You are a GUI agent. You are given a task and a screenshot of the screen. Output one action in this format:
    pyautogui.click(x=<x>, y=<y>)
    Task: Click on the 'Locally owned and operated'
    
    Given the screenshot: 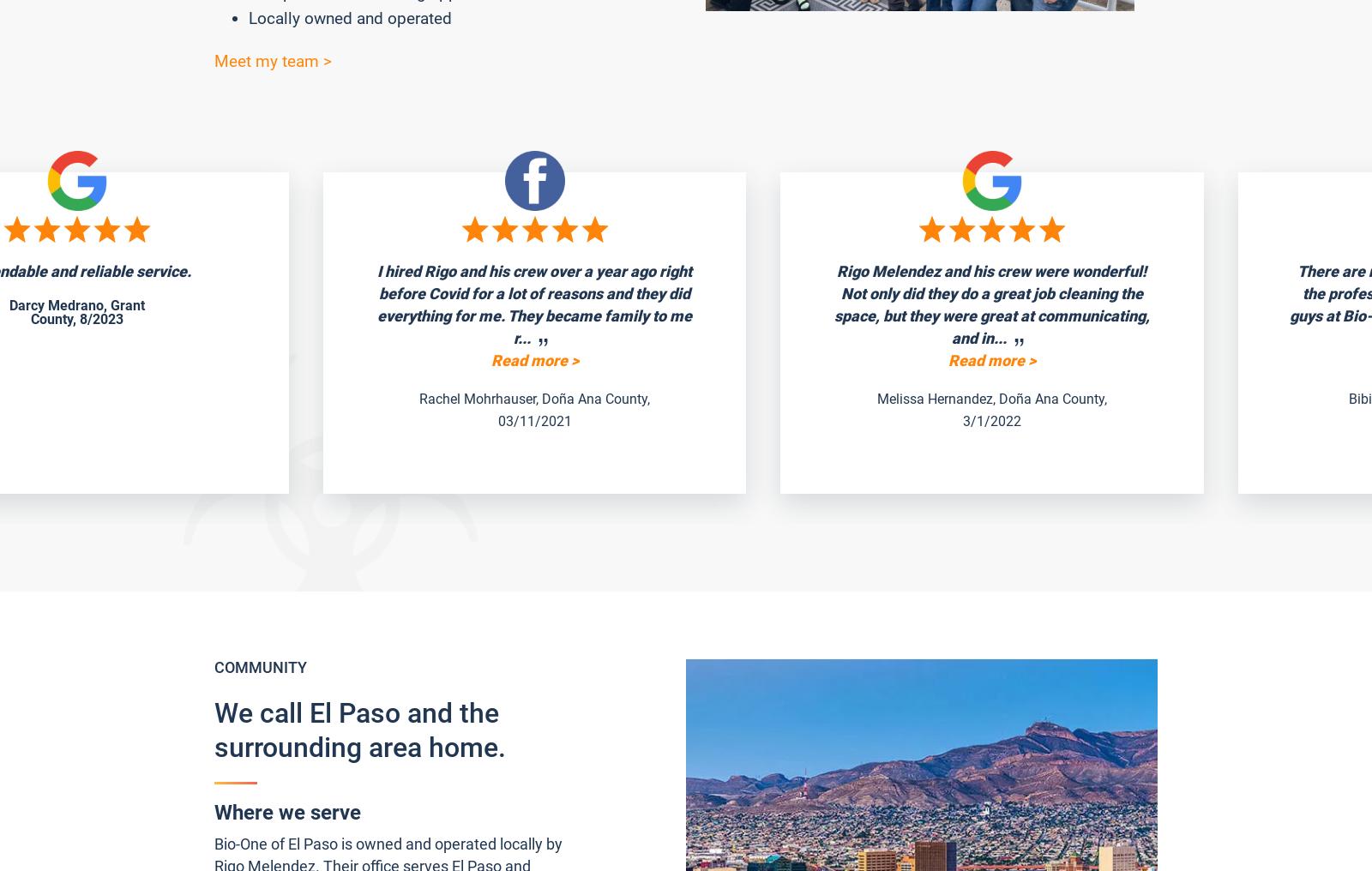 What is the action you would take?
    pyautogui.click(x=248, y=17)
    